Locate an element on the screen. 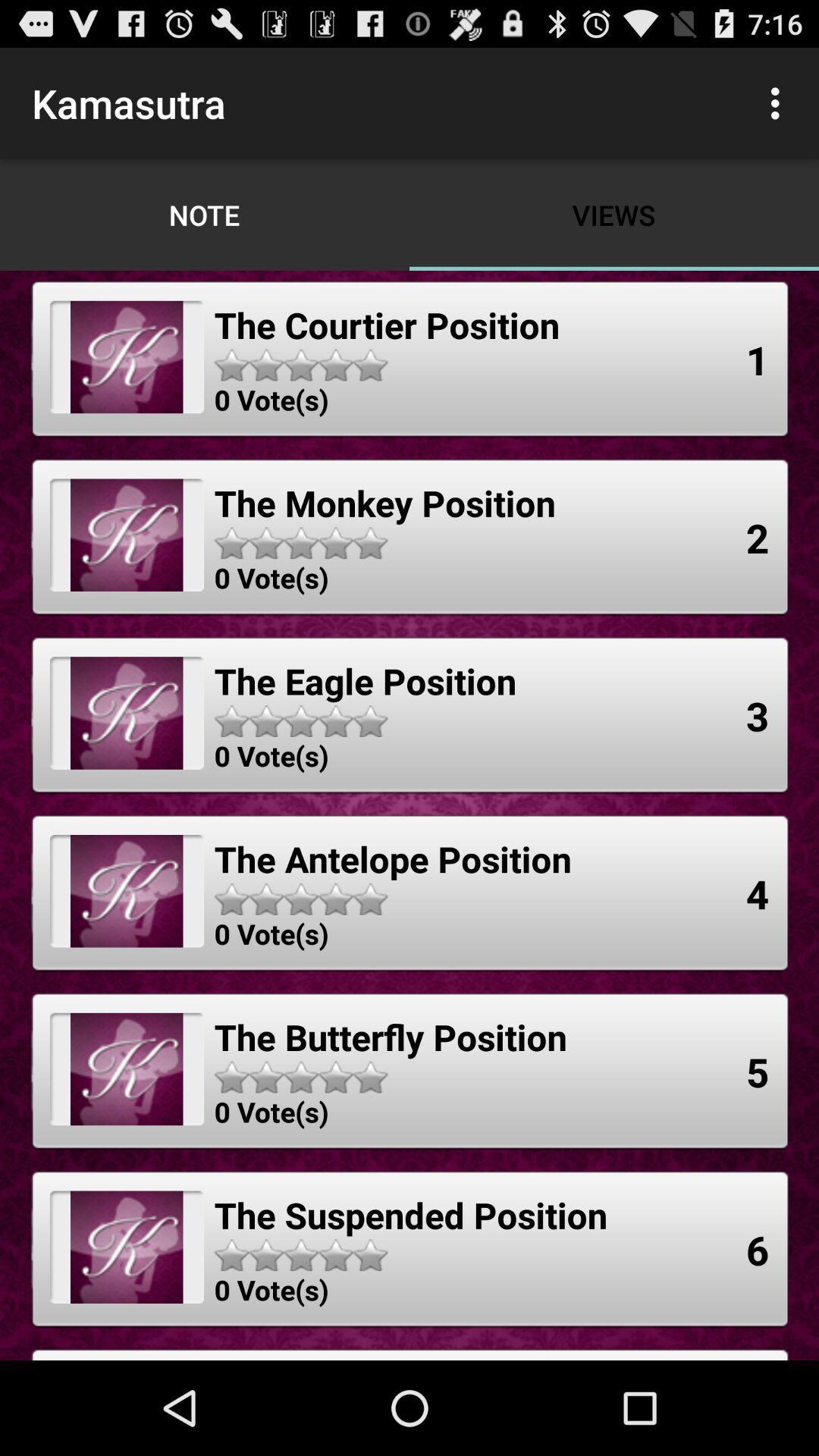 This screenshot has height=1456, width=819. the icon above 3 icon is located at coordinates (758, 538).